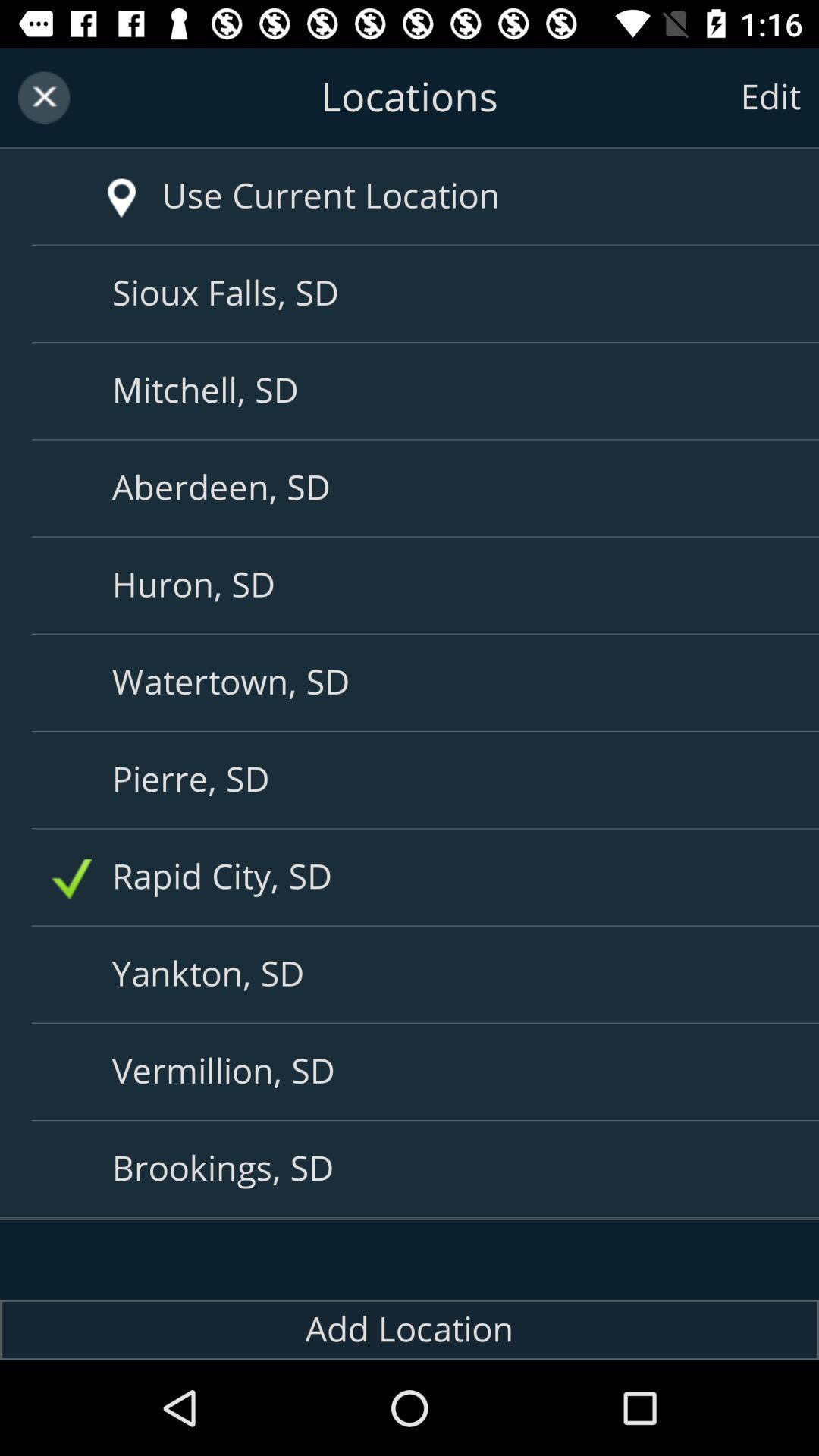 The image size is (819, 1456). Describe the element at coordinates (99, 182) in the screenshot. I see `the explore icon` at that location.